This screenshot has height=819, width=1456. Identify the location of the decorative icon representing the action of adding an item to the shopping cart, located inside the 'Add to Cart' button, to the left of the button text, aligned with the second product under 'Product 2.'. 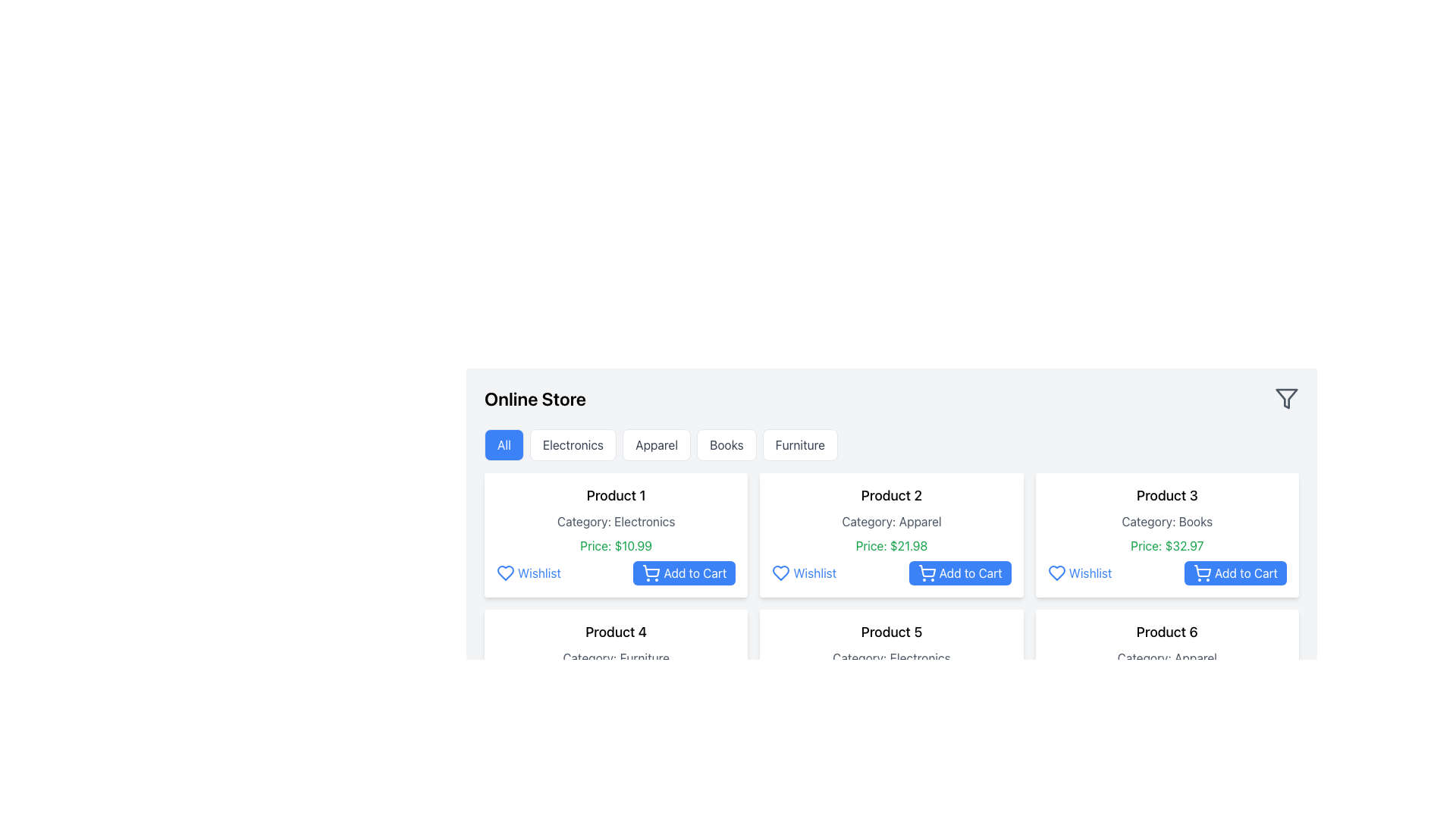
(651, 573).